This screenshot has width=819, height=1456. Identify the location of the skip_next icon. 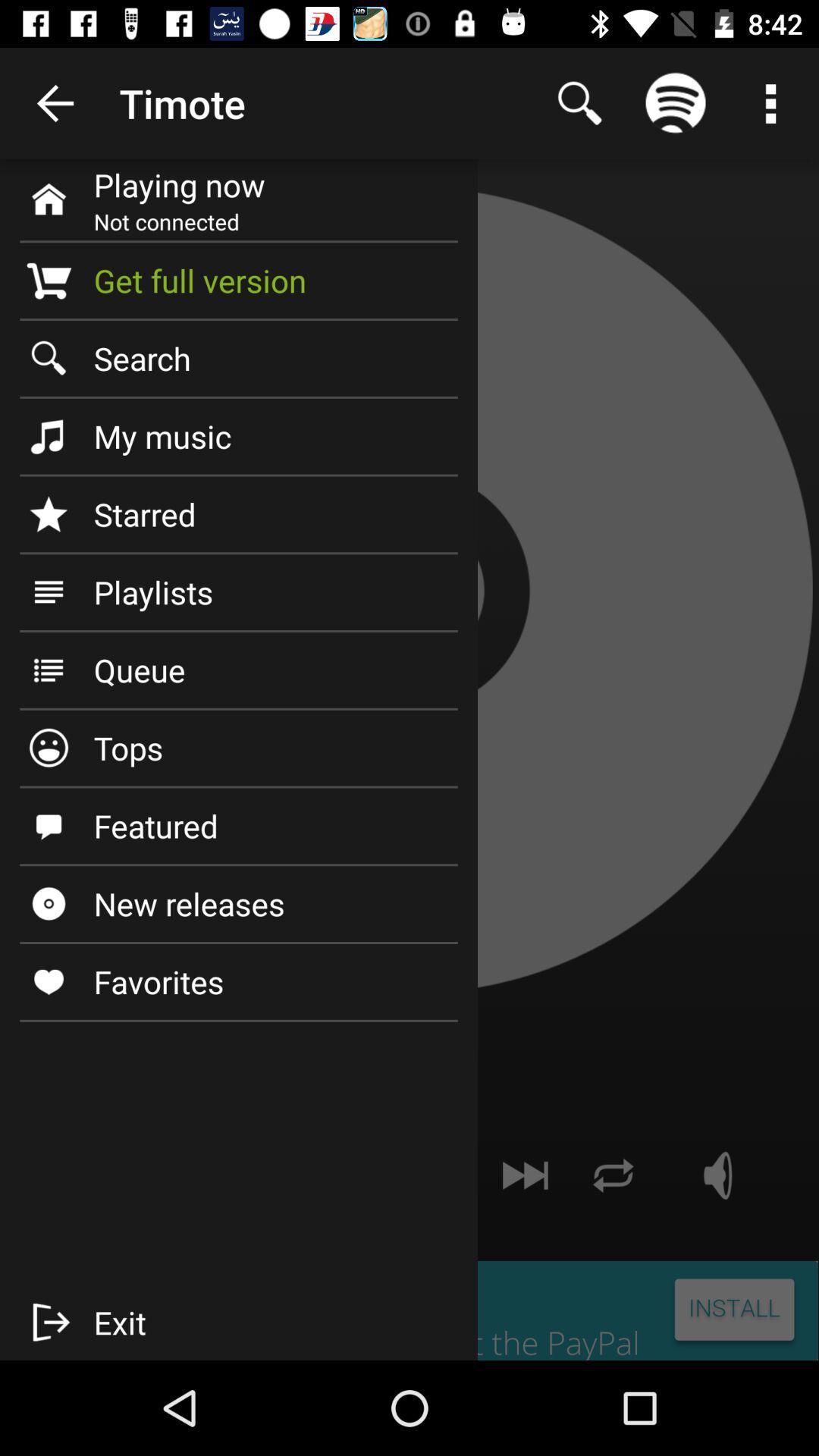
(525, 1175).